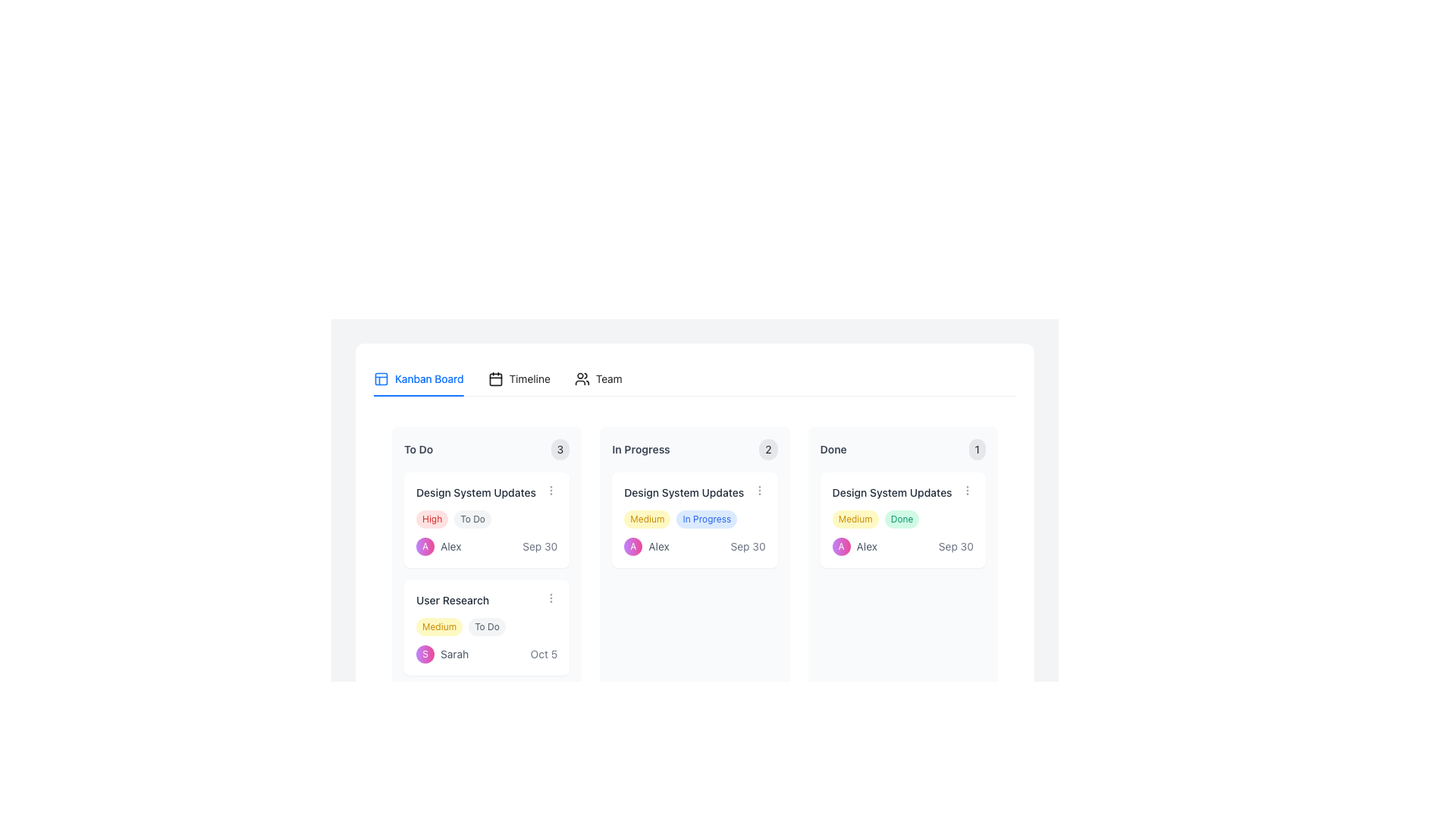  What do you see at coordinates (472, 519) in the screenshot?
I see `the second smaller rounded label in the 'To Do' card, located directly to the right of the red 'High' label` at bounding box center [472, 519].